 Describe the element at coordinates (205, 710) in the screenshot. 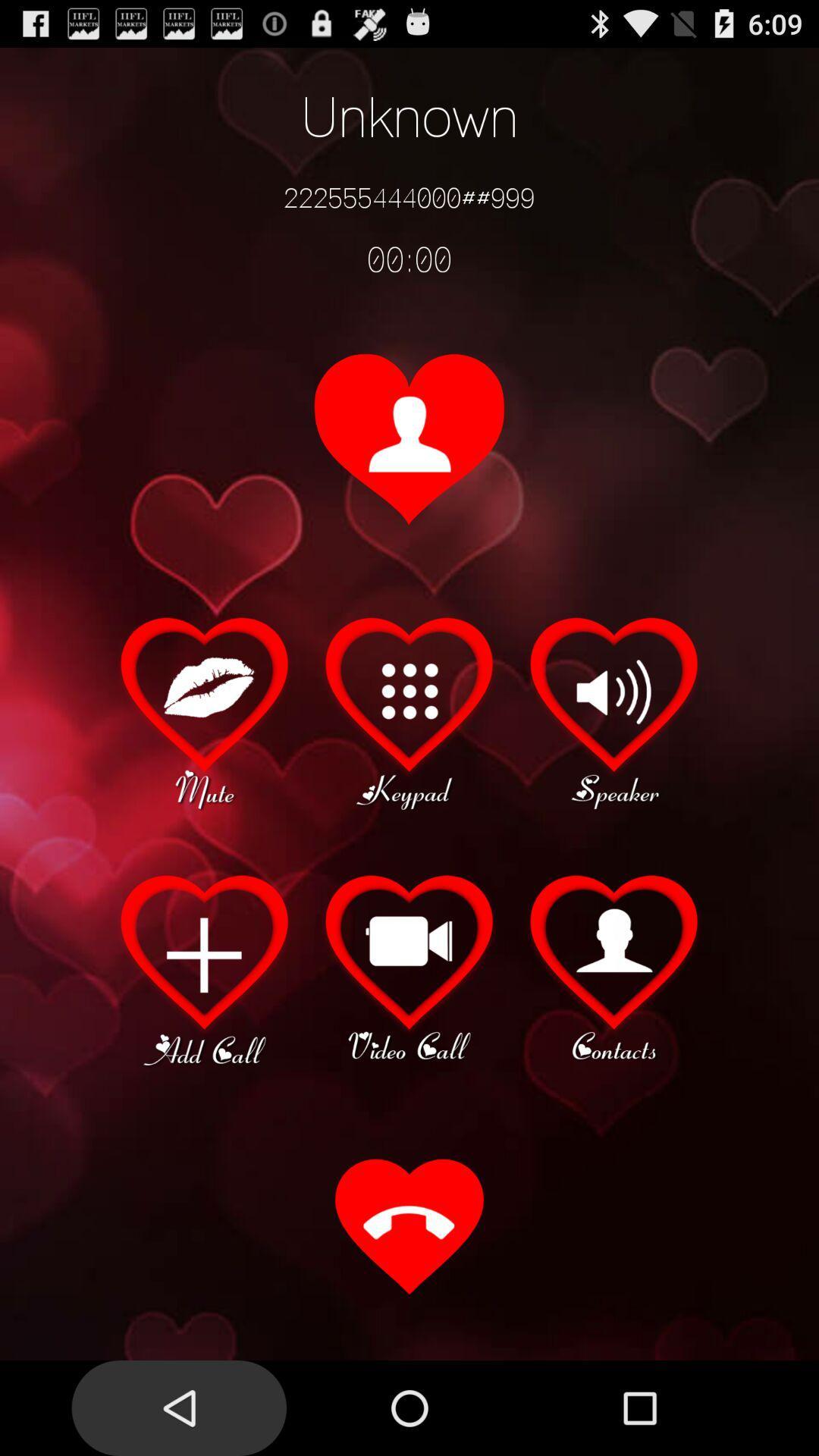

I see `mute caller` at that location.